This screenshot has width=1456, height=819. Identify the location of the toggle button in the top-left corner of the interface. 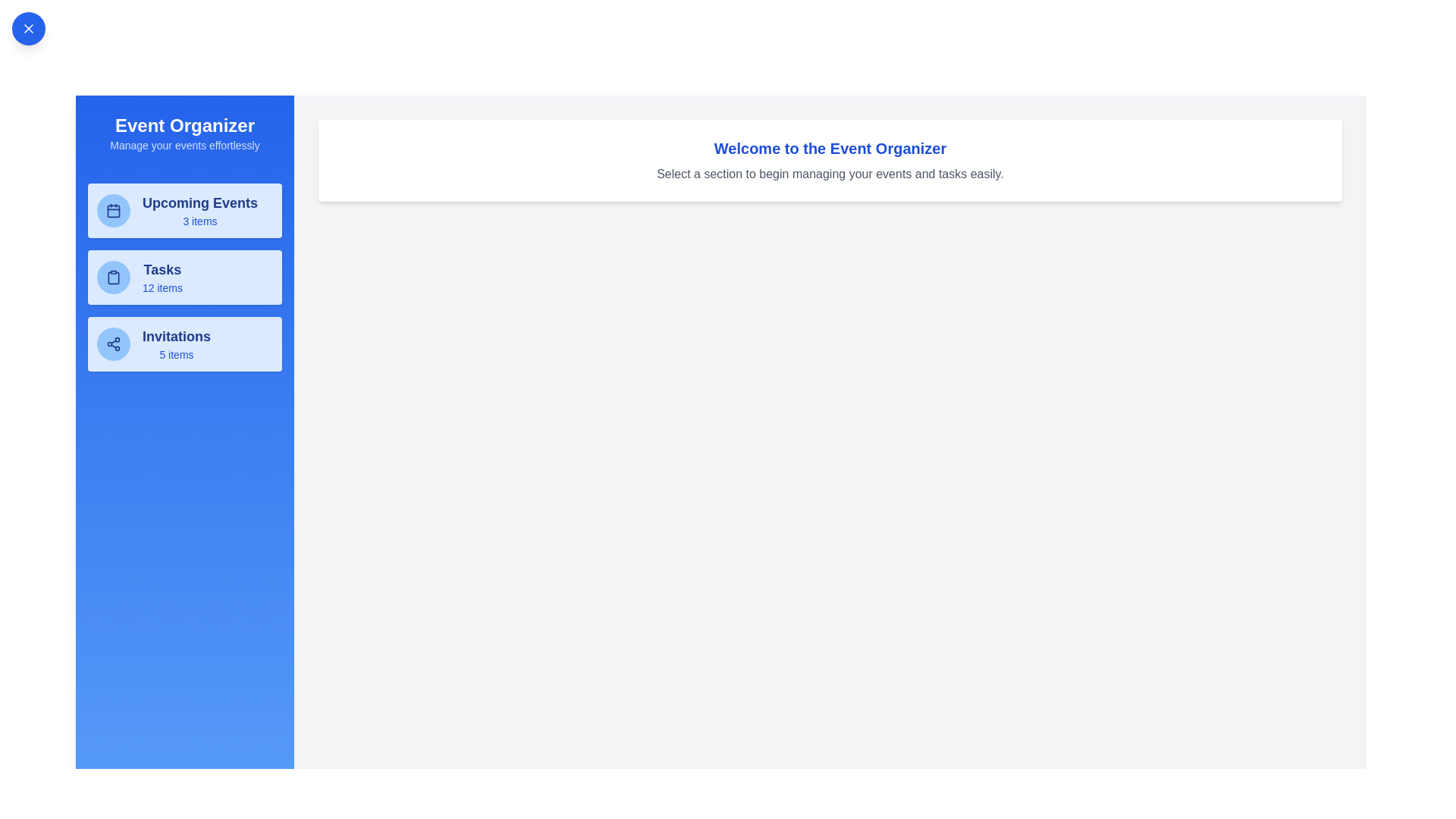
(29, 29).